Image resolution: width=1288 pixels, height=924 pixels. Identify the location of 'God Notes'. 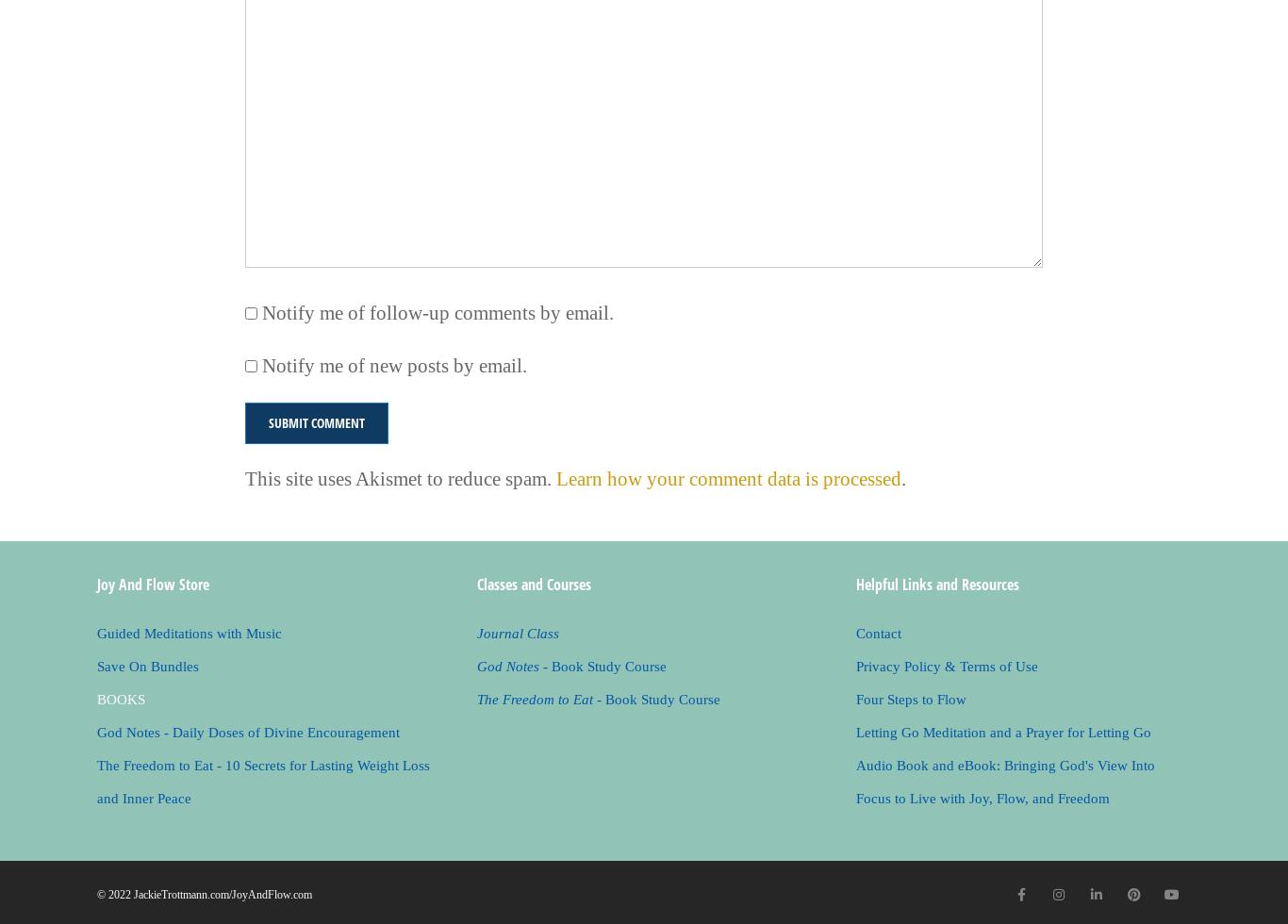
(507, 666).